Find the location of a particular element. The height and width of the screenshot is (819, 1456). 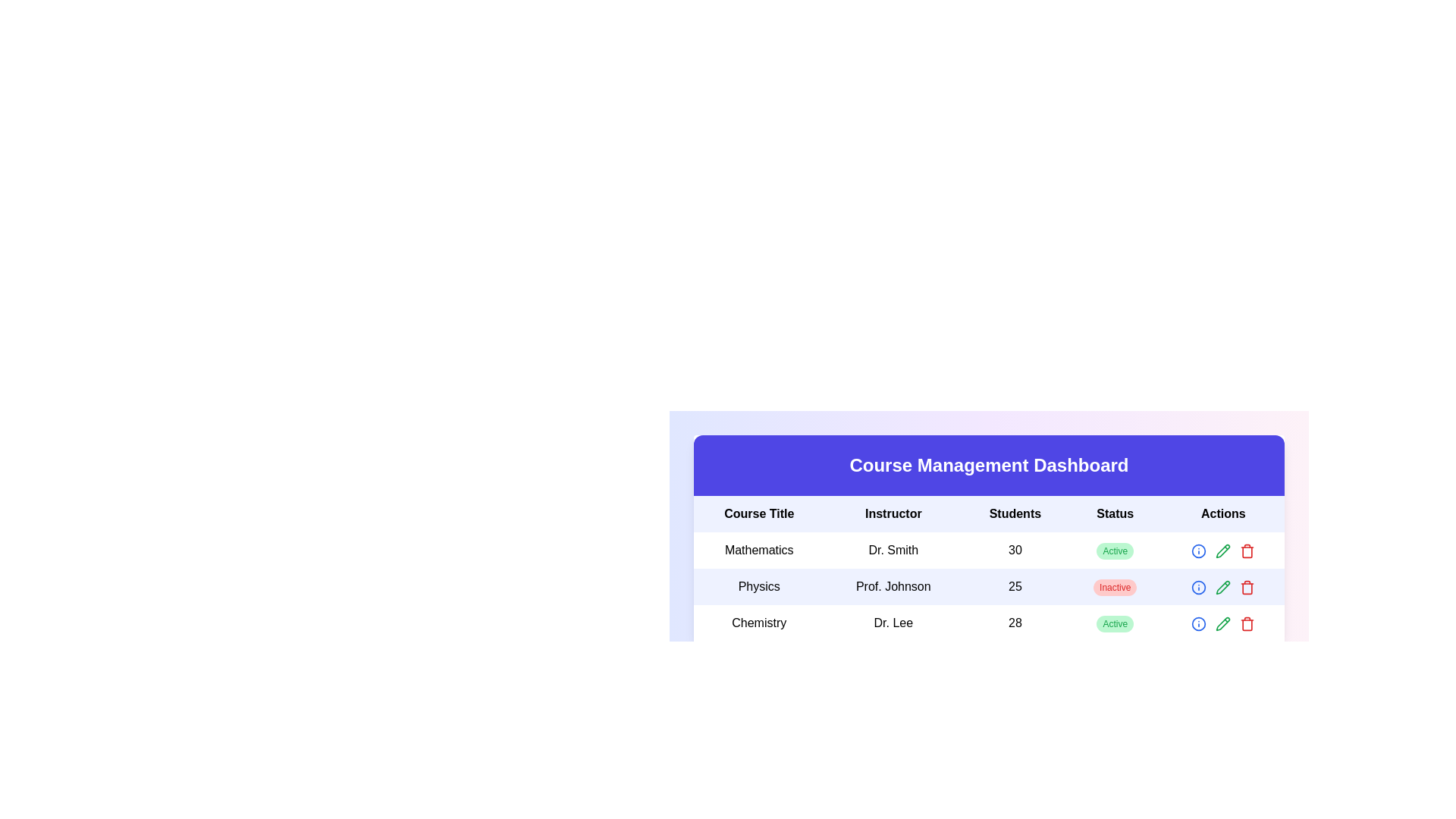

to select the first row of the course table displaying 'Mathematics' as the course title, 'Dr. Smith' as the instructor, '30' as the number of students, and 'Active' as the status is located at coordinates (989, 550).